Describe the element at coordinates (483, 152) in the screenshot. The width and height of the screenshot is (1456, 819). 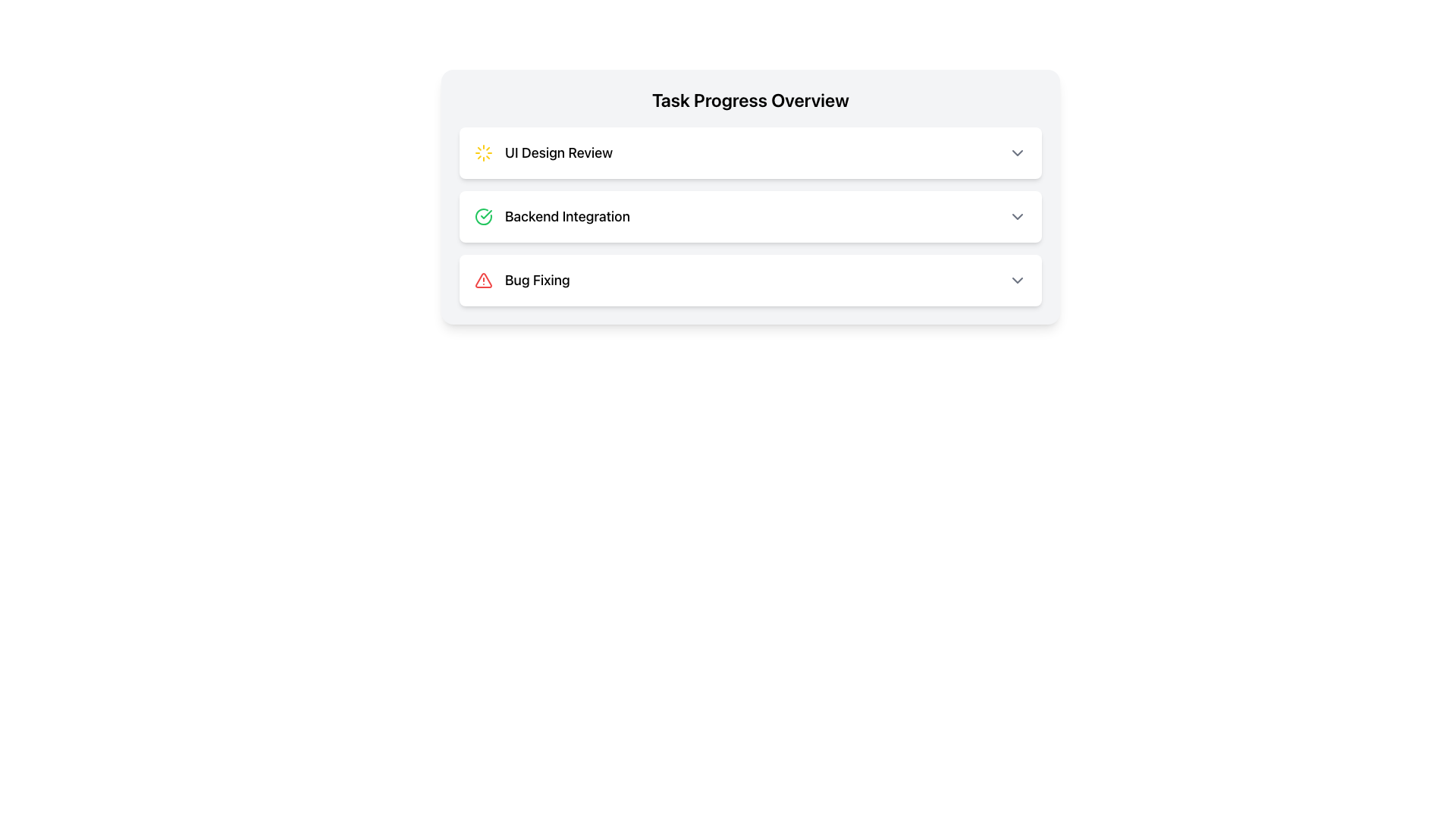
I see `the Loader icon located to the left of the 'UI Design Review' text in the topmost row of the task list within the 'Task Progress Overview' section` at that location.